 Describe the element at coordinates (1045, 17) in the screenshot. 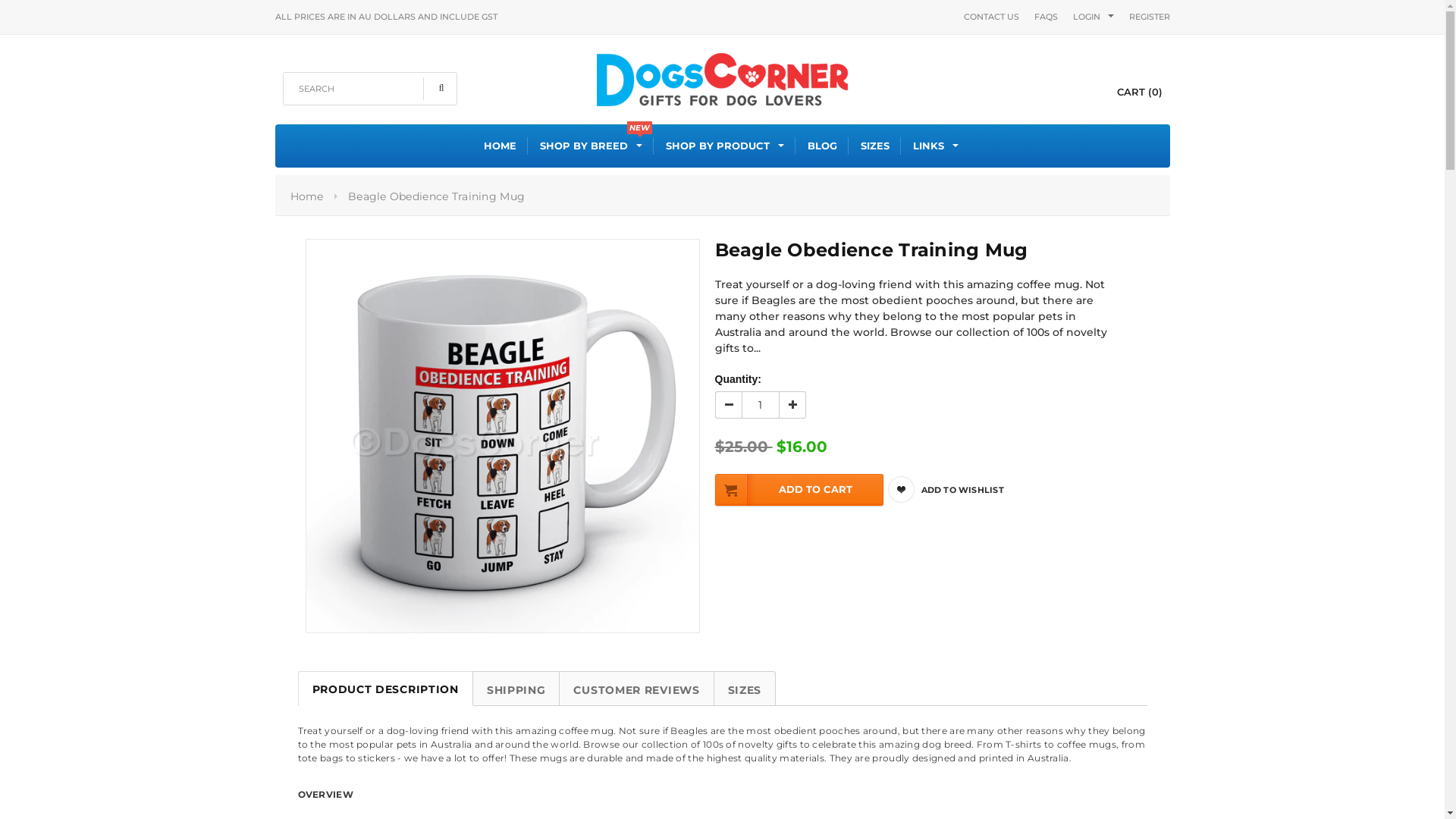

I see `'FAQS'` at that location.